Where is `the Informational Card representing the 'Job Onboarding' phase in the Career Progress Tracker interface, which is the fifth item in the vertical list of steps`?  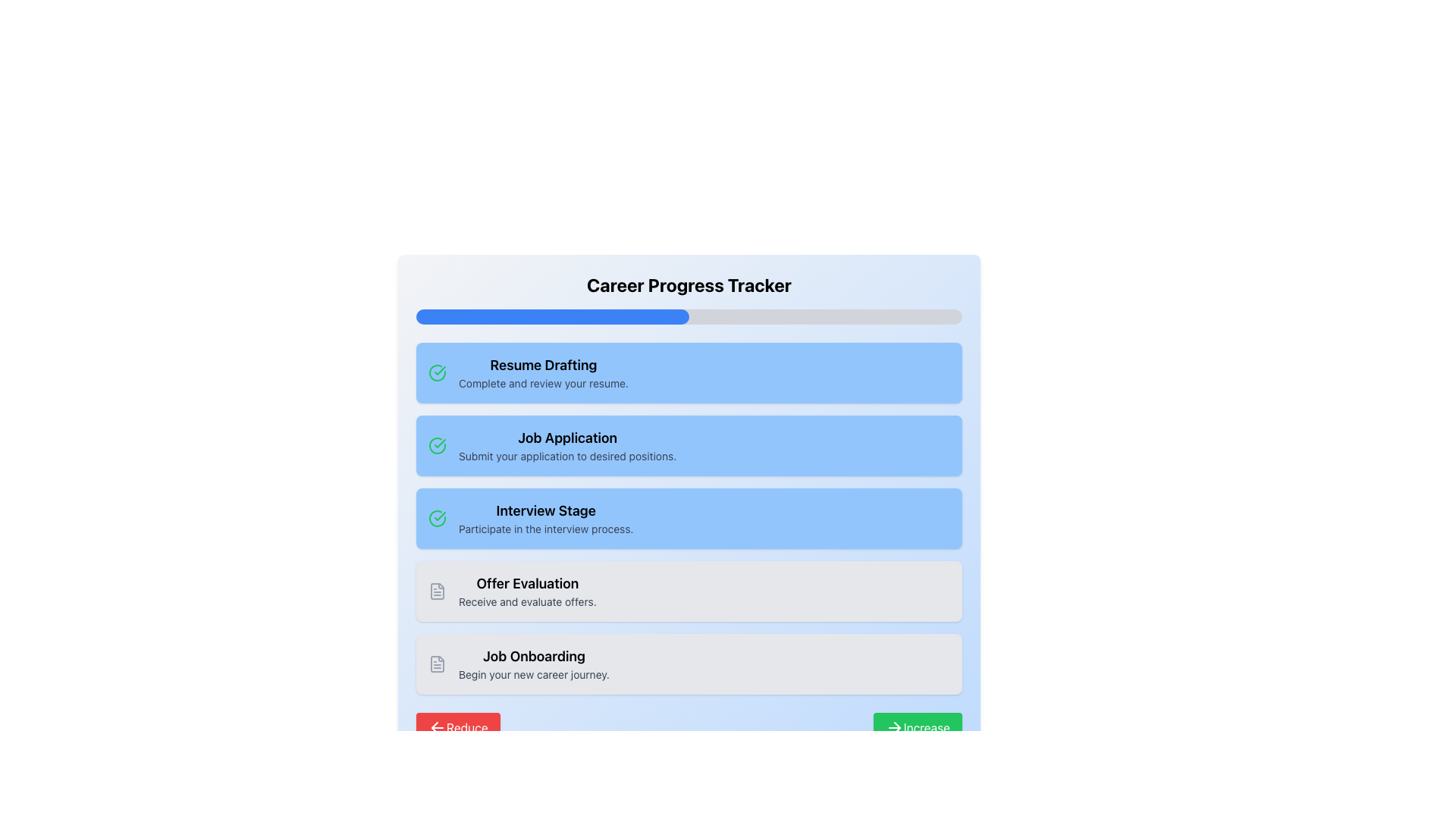
the Informational Card representing the 'Job Onboarding' phase in the Career Progress Tracker interface, which is the fifth item in the vertical list of steps is located at coordinates (688, 663).